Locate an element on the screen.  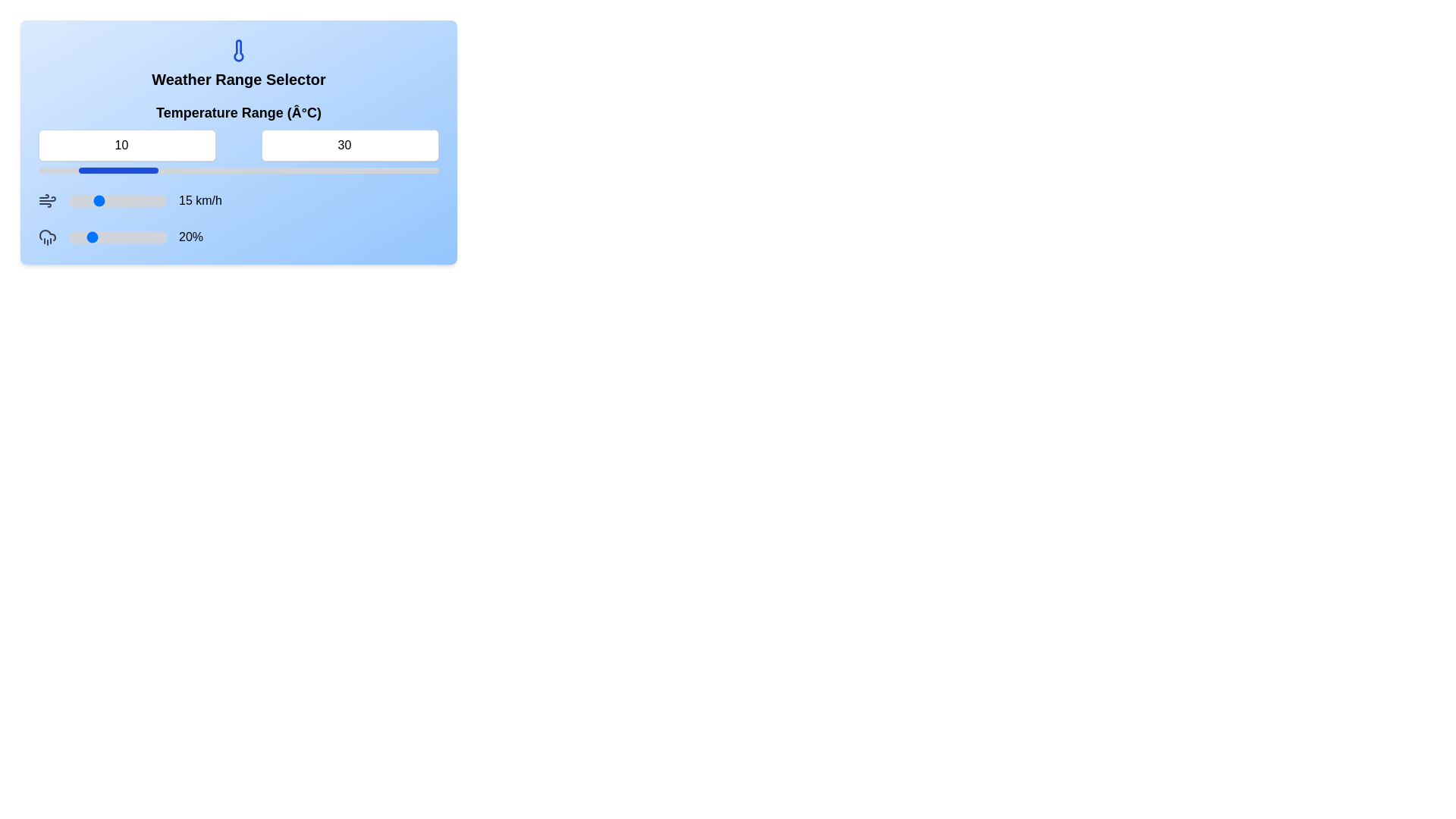
the slider is located at coordinates (83, 237).